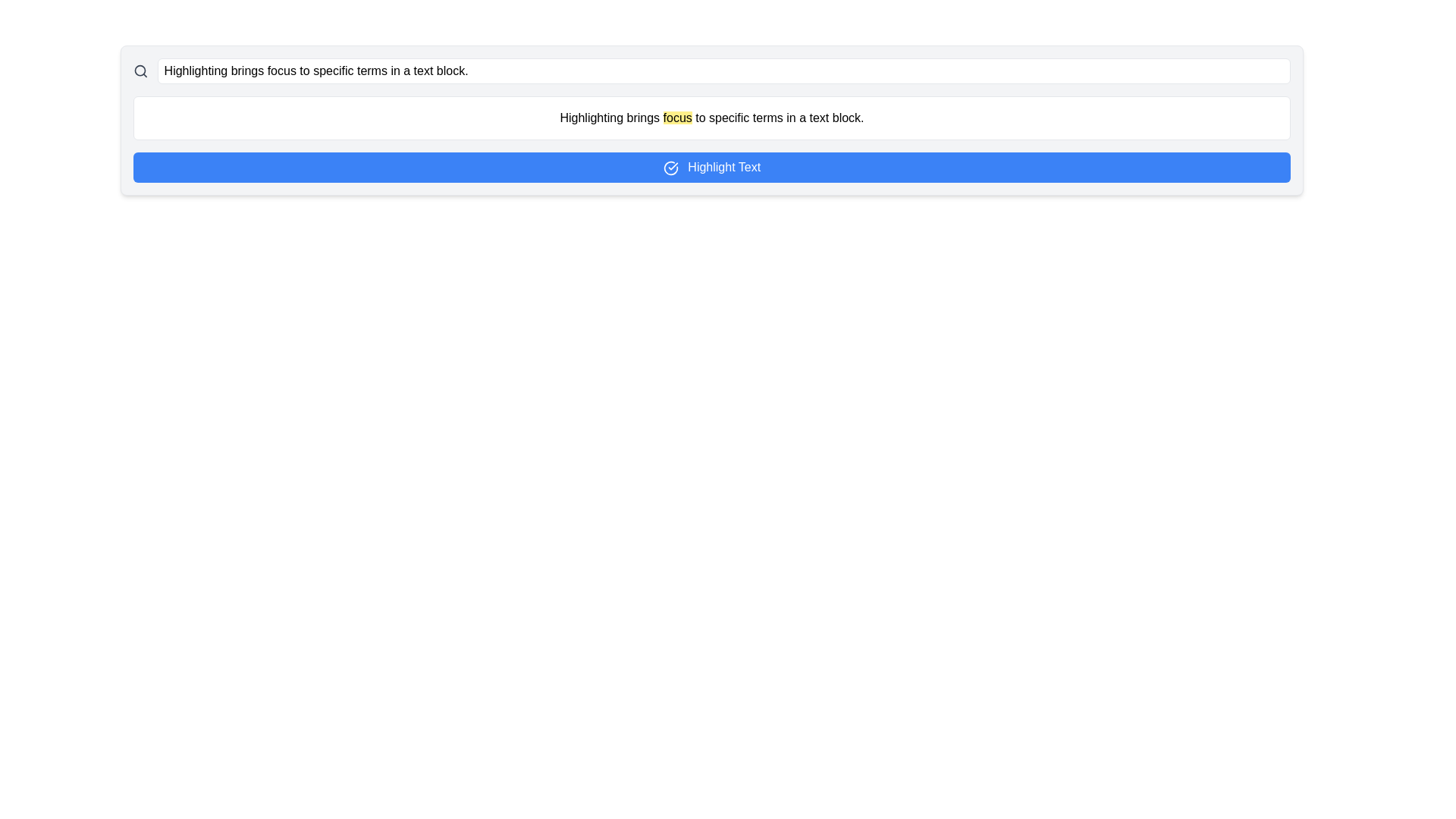  Describe the element at coordinates (711, 117) in the screenshot. I see `the highlighted term in the Informational Text Block located below the search bar and above the 'Highlight Text' button` at that location.